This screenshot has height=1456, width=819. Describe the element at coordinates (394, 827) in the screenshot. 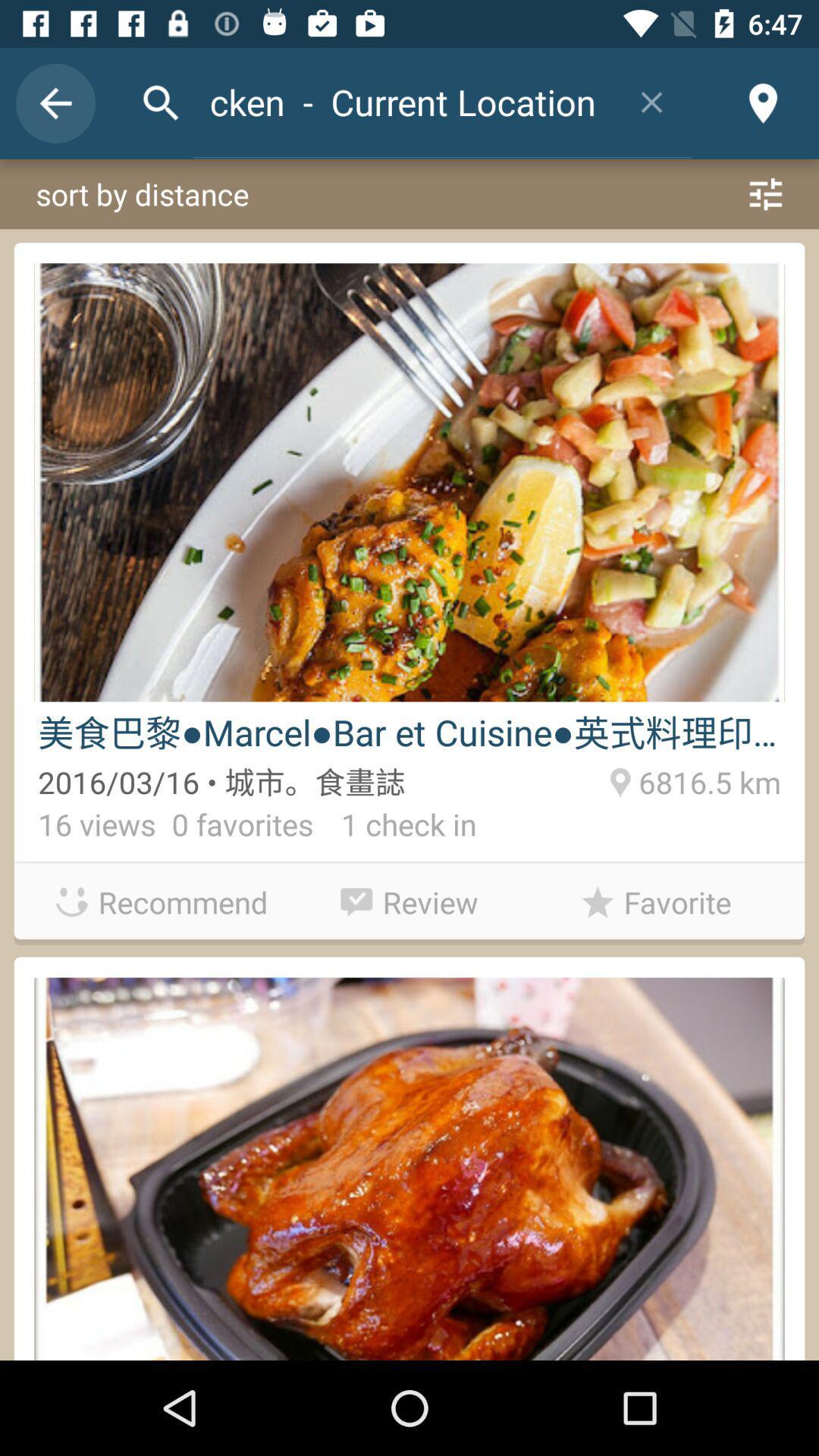

I see `app to the left of 6816.5 km app` at that location.